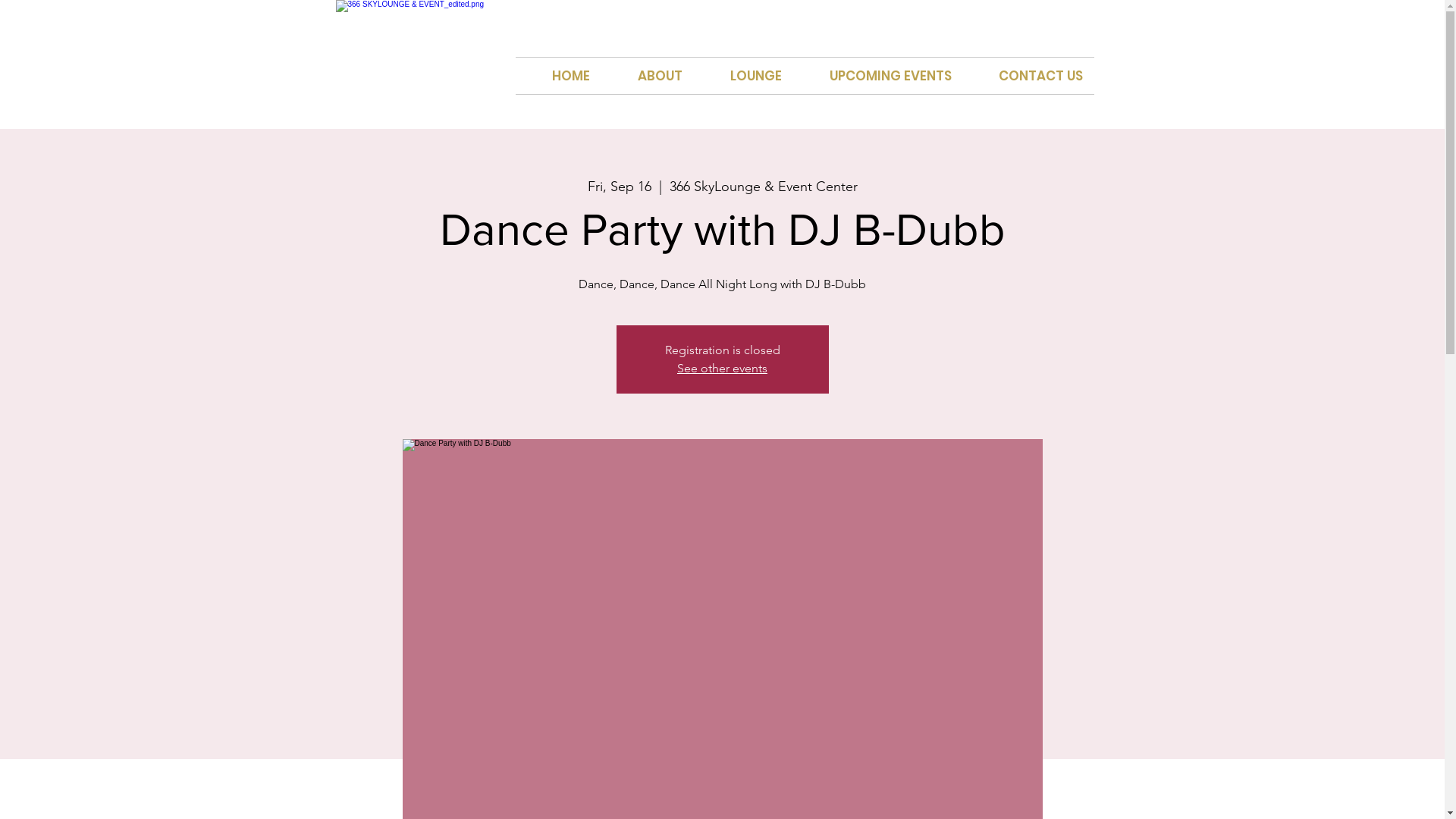  What do you see at coordinates (1028, 76) in the screenshot?
I see `'CONTACT US'` at bounding box center [1028, 76].